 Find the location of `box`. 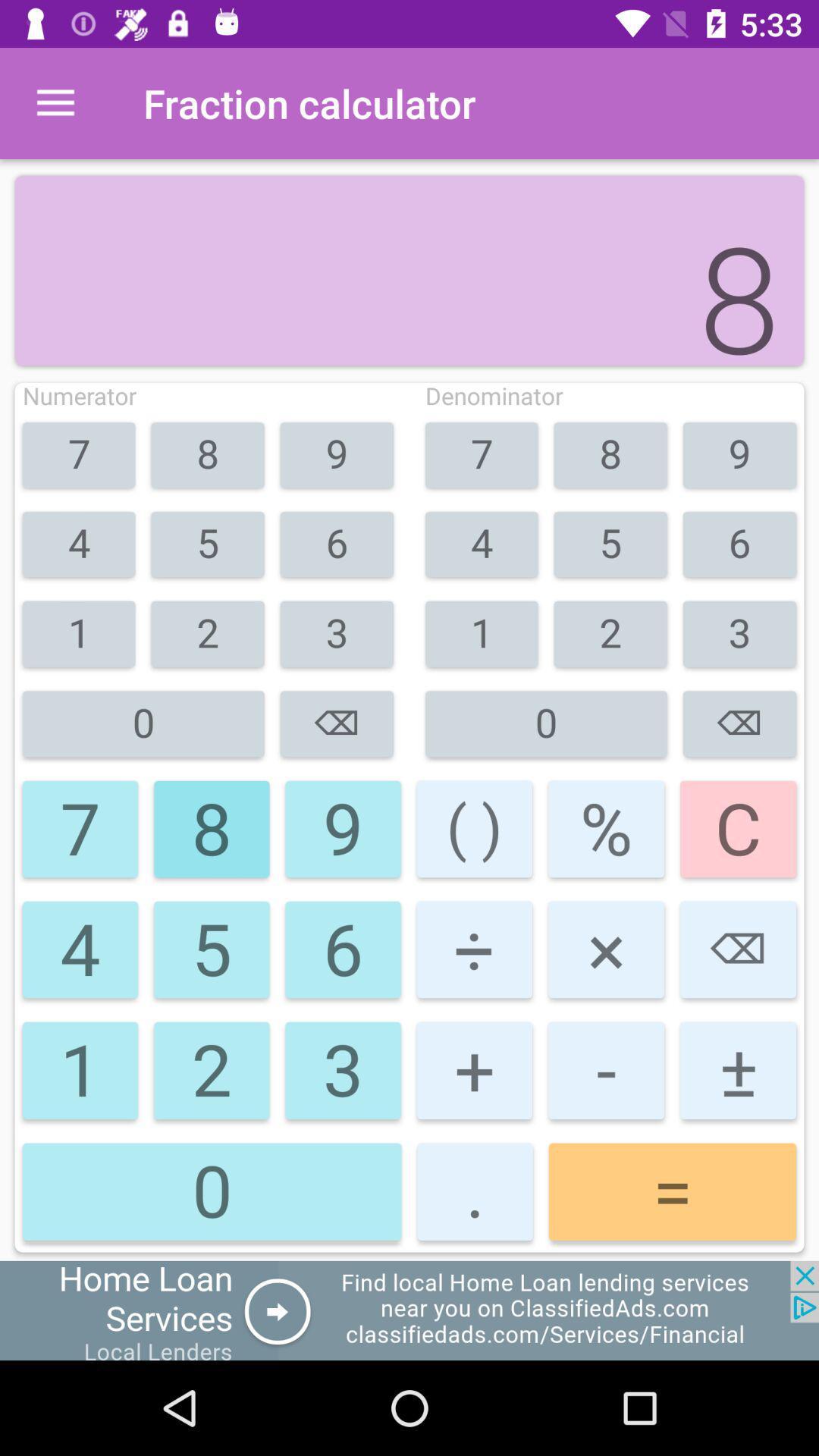

box is located at coordinates (409, 1310).